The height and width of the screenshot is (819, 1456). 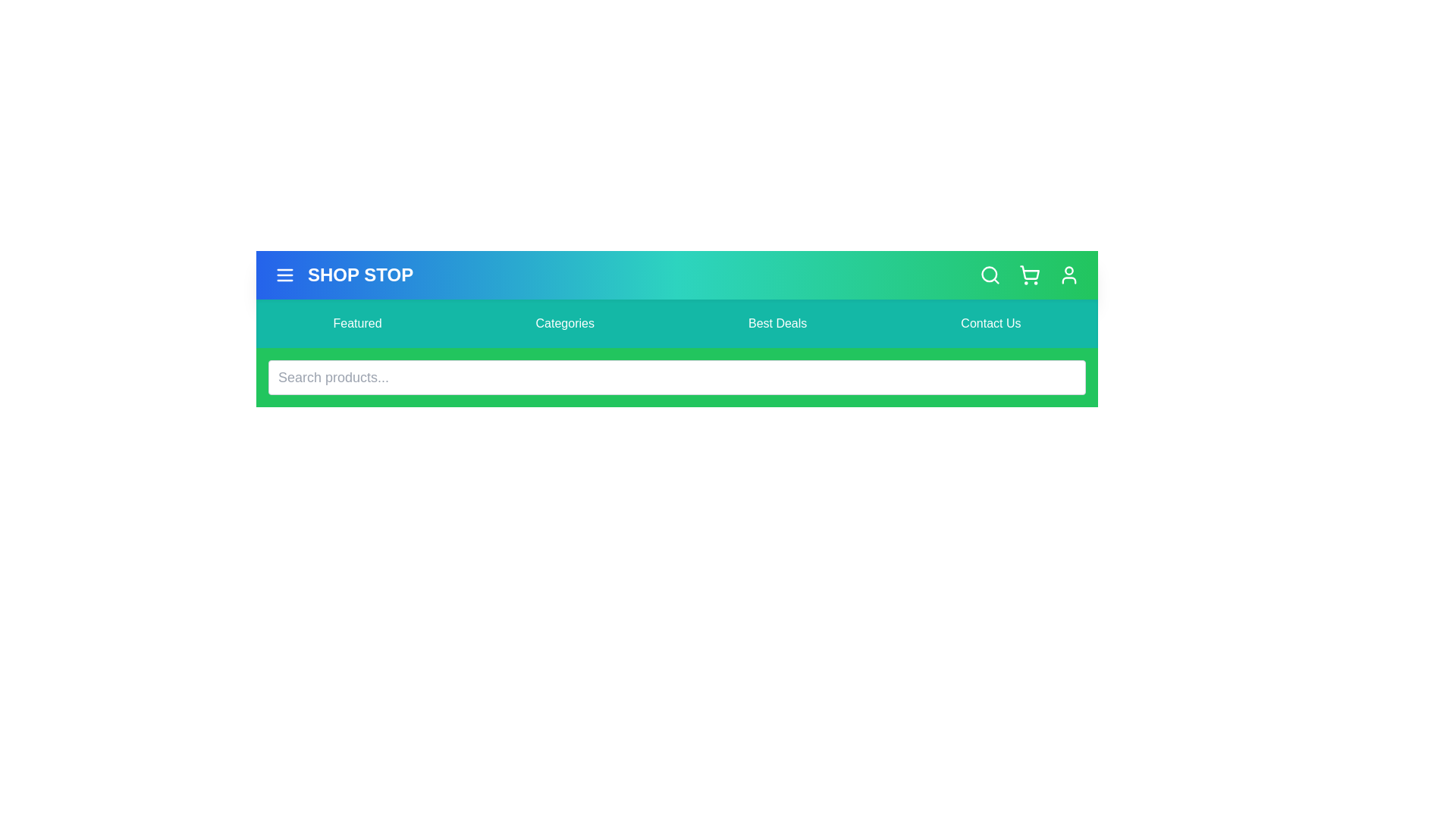 What do you see at coordinates (1068, 275) in the screenshot?
I see `the user profile icon` at bounding box center [1068, 275].